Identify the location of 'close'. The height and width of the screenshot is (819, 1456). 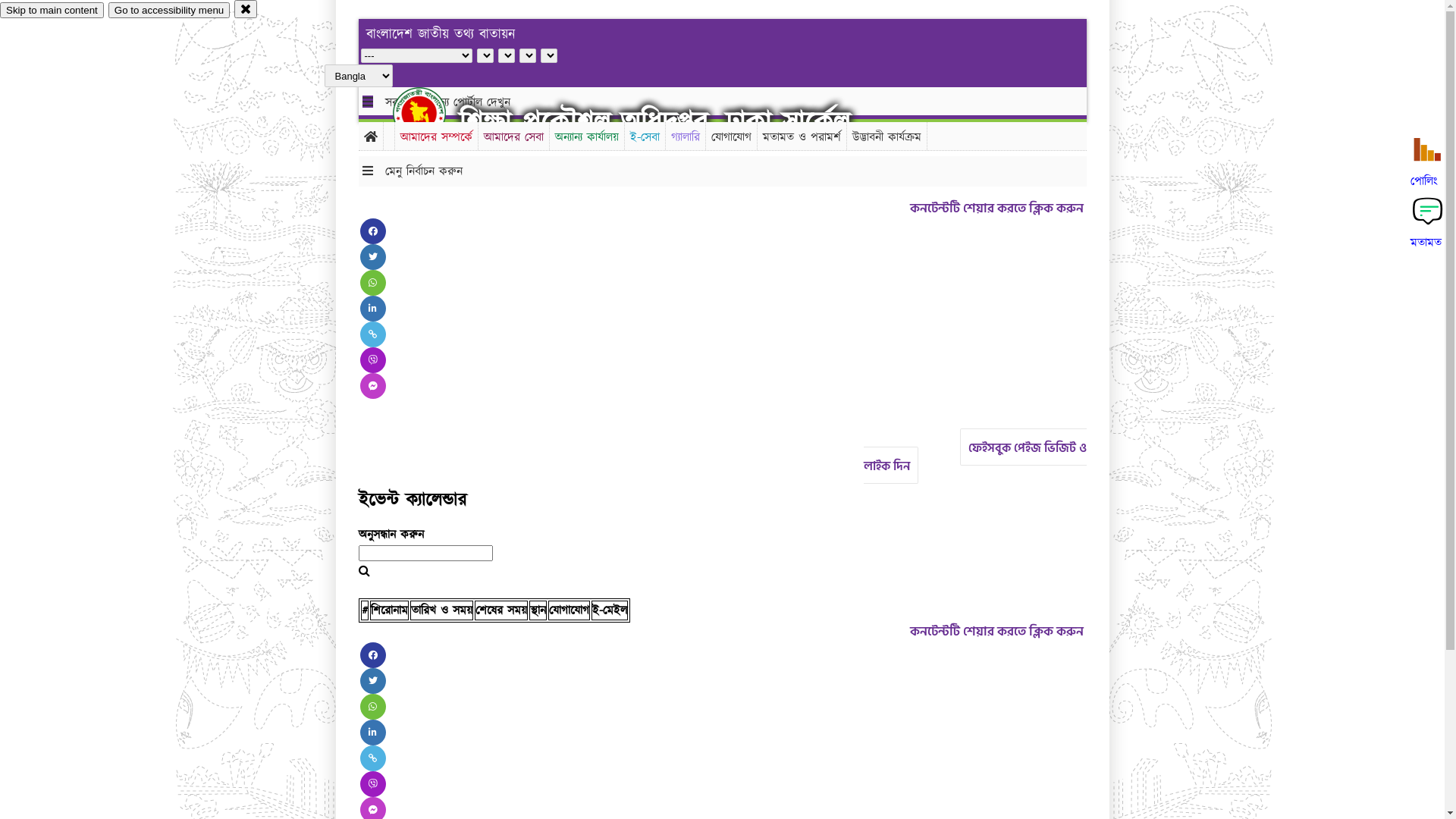
(233, 8).